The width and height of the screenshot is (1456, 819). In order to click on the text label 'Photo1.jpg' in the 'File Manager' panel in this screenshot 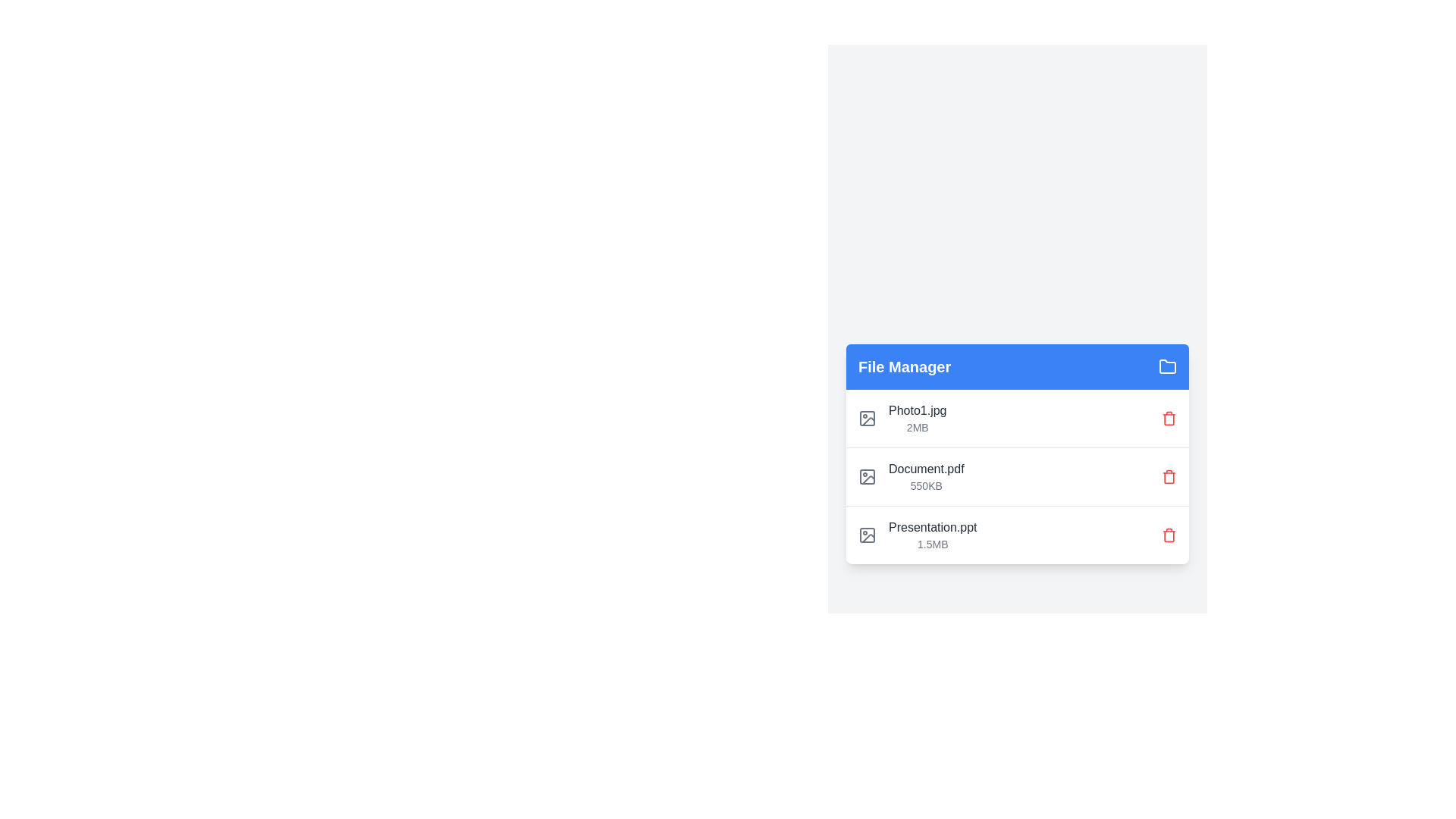, I will do `click(916, 418)`.